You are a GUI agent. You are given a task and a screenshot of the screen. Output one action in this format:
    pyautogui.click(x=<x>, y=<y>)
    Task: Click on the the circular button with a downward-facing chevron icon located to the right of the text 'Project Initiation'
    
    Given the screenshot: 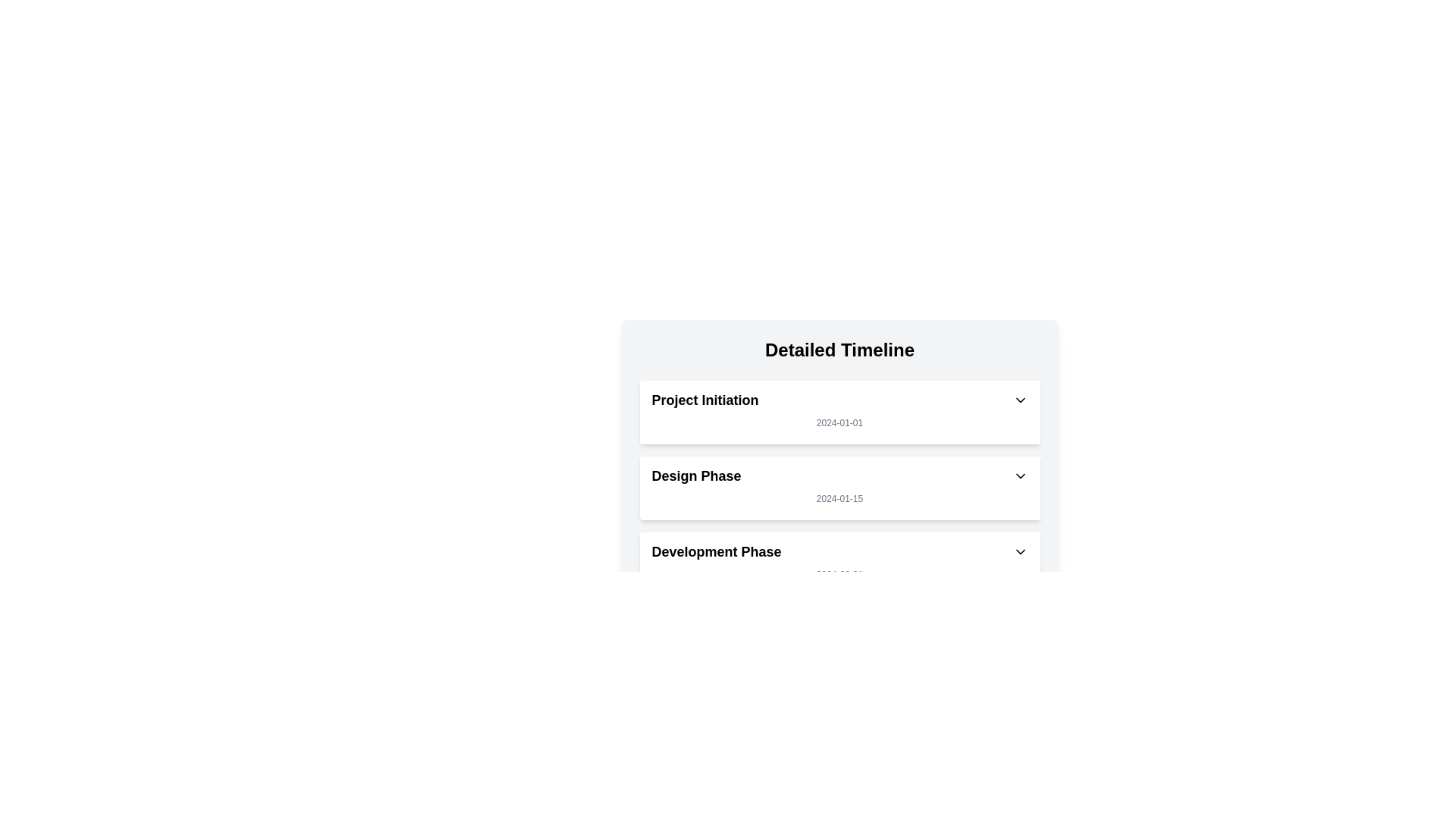 What is the action you would take?
    pyautogui.click(x=1020, y=400)
    